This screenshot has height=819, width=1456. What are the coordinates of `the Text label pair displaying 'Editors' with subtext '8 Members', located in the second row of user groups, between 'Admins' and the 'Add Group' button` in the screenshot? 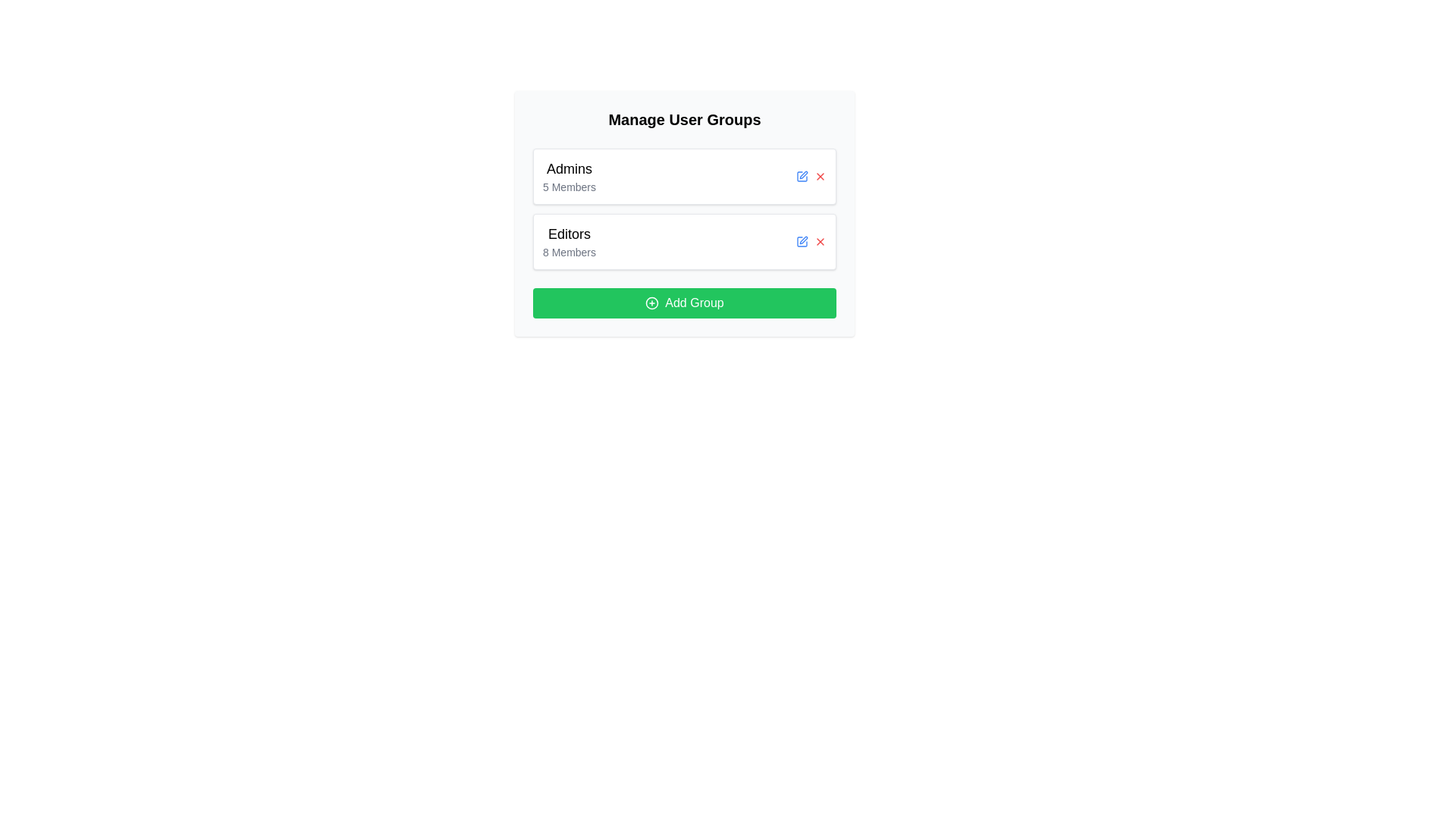 It's located at (569, 241).